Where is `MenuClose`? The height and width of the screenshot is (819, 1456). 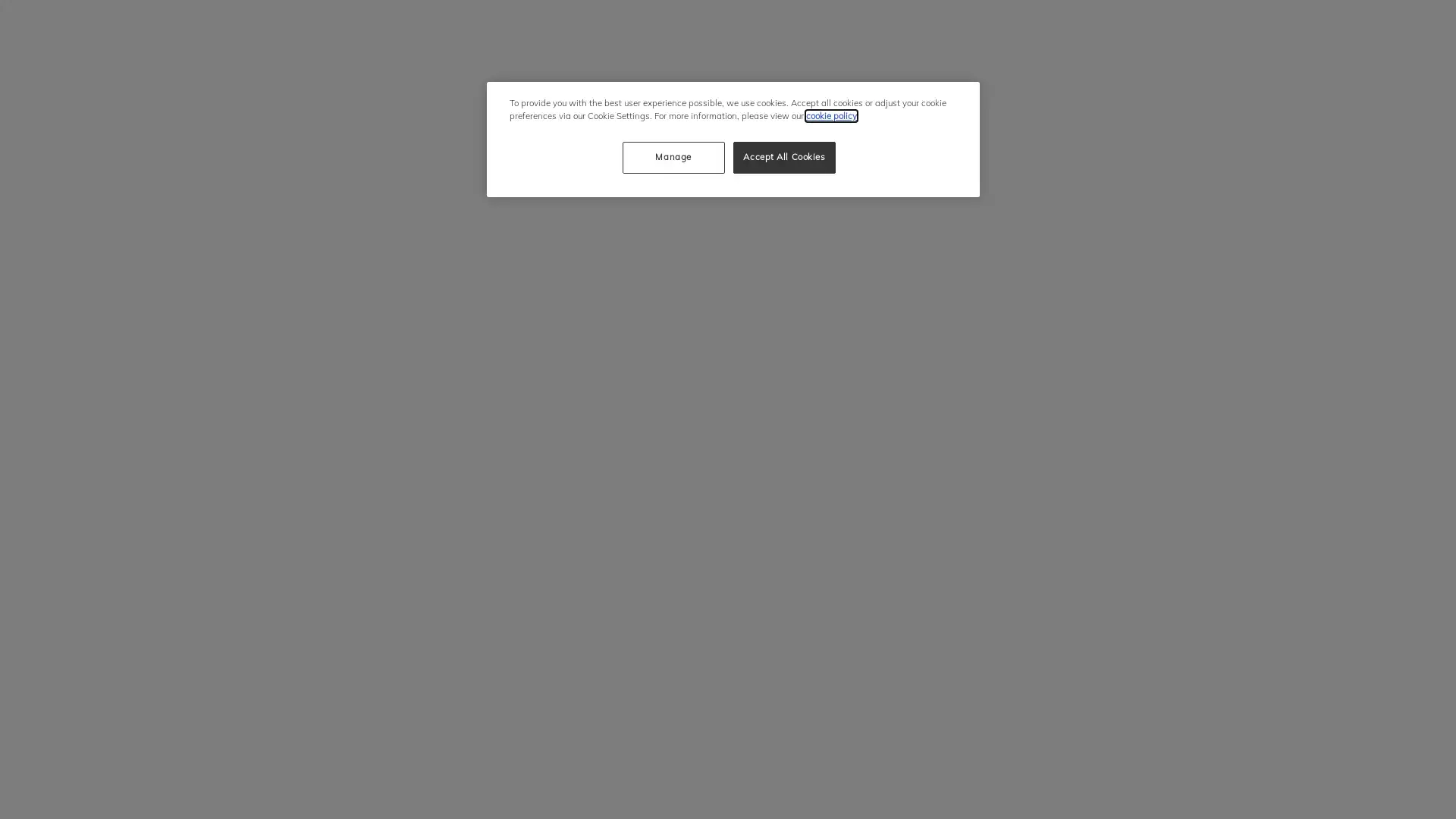
MenuClose is located at coordinates (1128, 23).